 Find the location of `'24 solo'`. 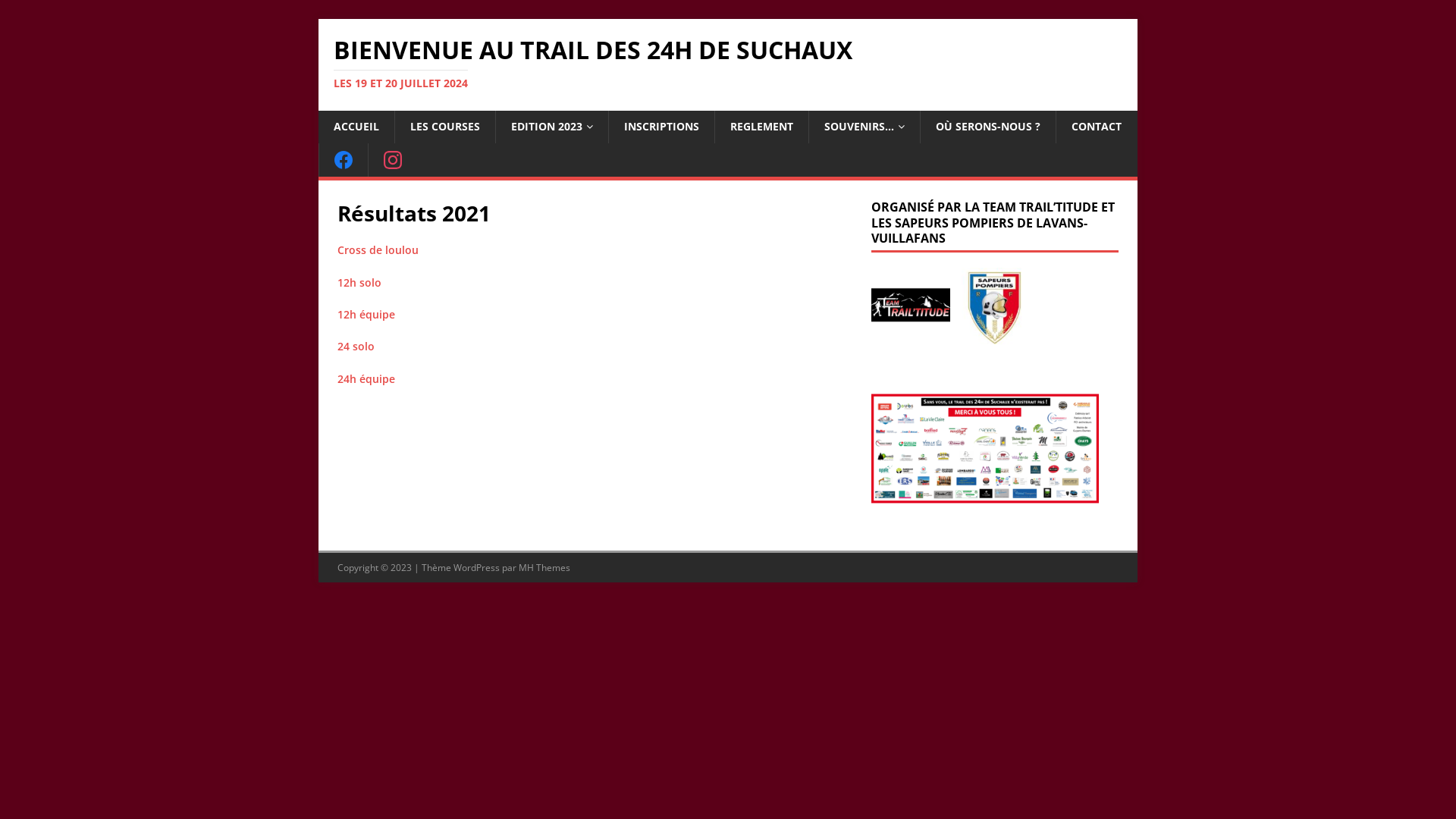

'24 solo' is located at coordinates (355, 346).